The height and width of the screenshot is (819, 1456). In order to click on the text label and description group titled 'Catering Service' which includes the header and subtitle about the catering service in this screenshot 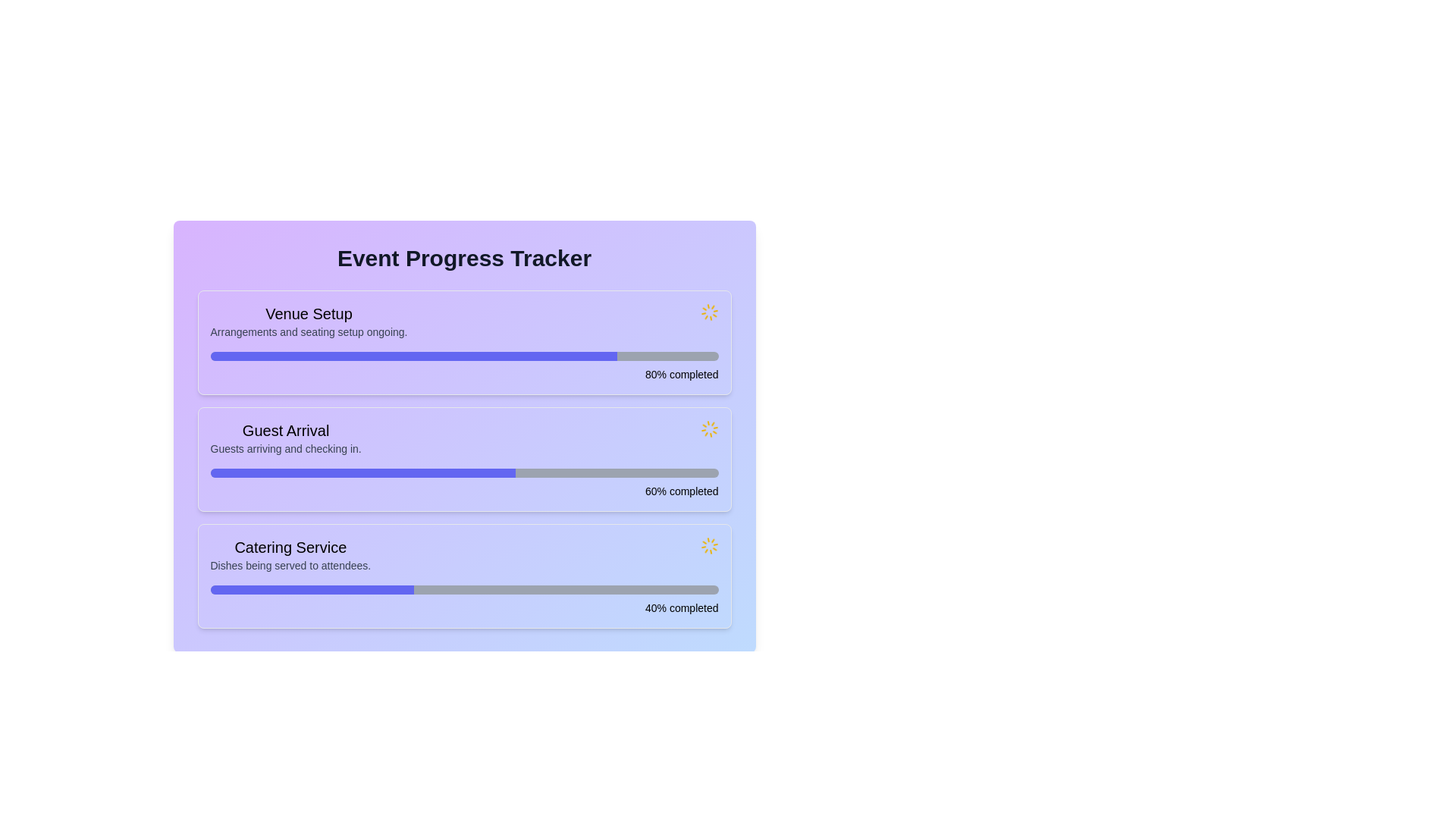, I will do `click(290, 555)`.